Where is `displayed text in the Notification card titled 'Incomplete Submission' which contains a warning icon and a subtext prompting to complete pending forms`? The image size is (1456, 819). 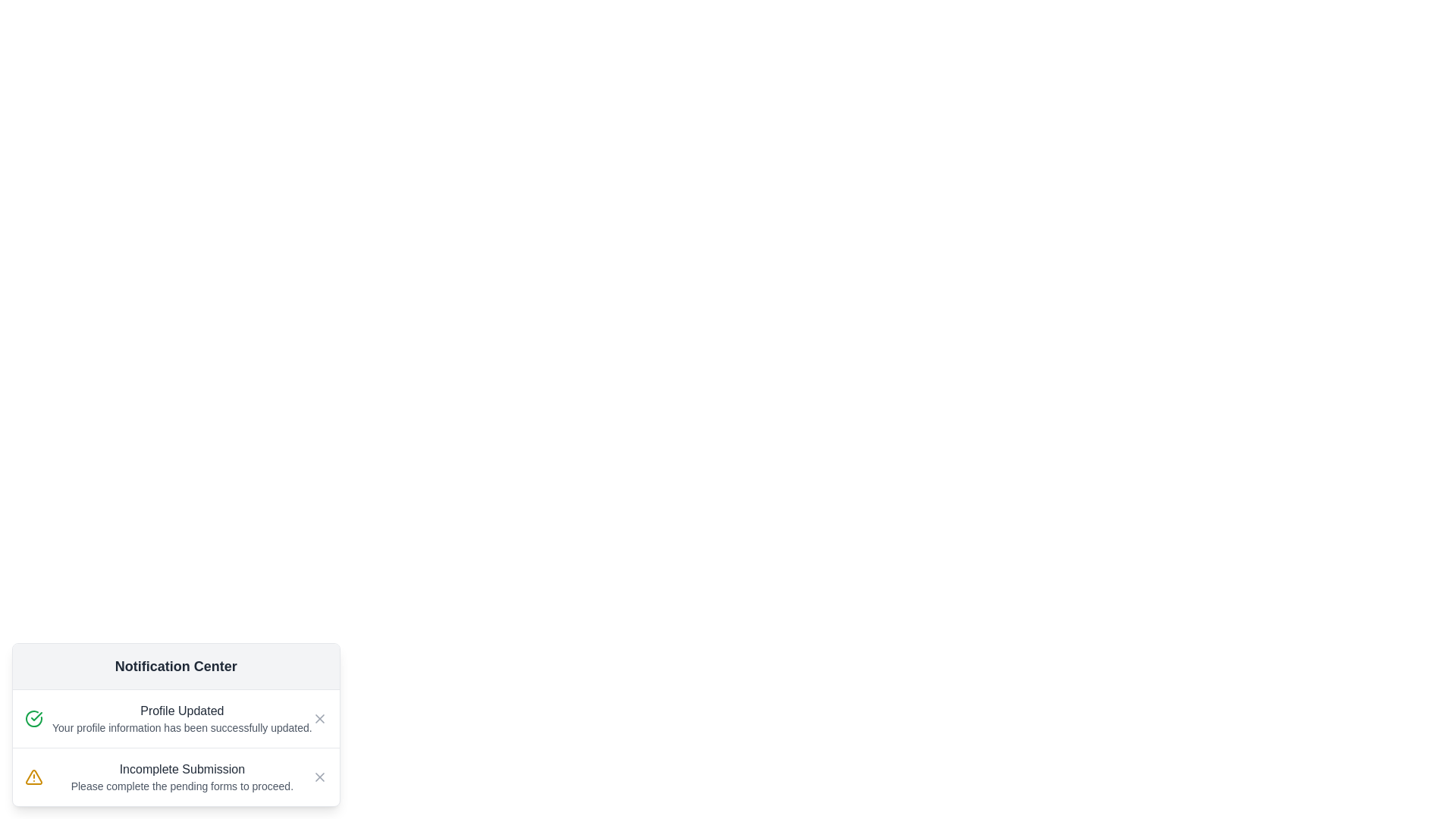
displayed text in the Notification card titled 'Incomplete Submission' which contains a warning icon and a subtext prompting to complete pending forms is located at coordinates (176, 777).